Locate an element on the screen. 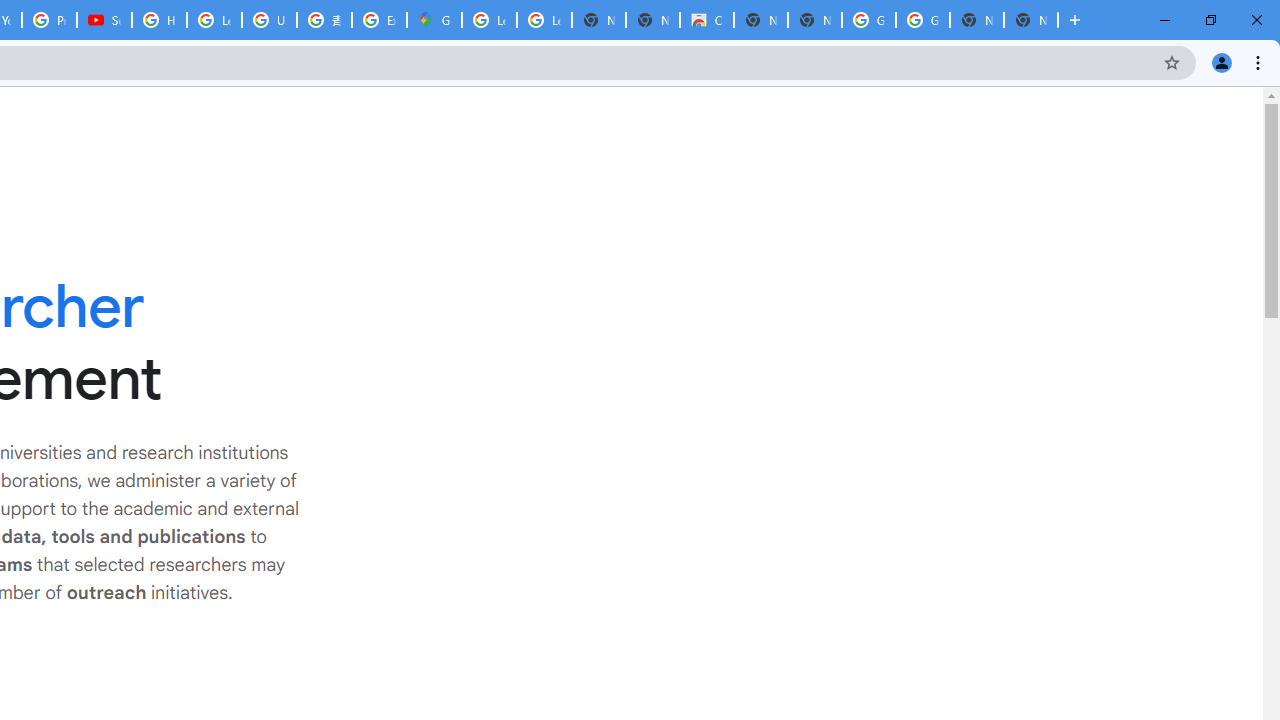 This screenshot has width=1280, height=720. 'New Tab' is located at coordinates (1031, 20).